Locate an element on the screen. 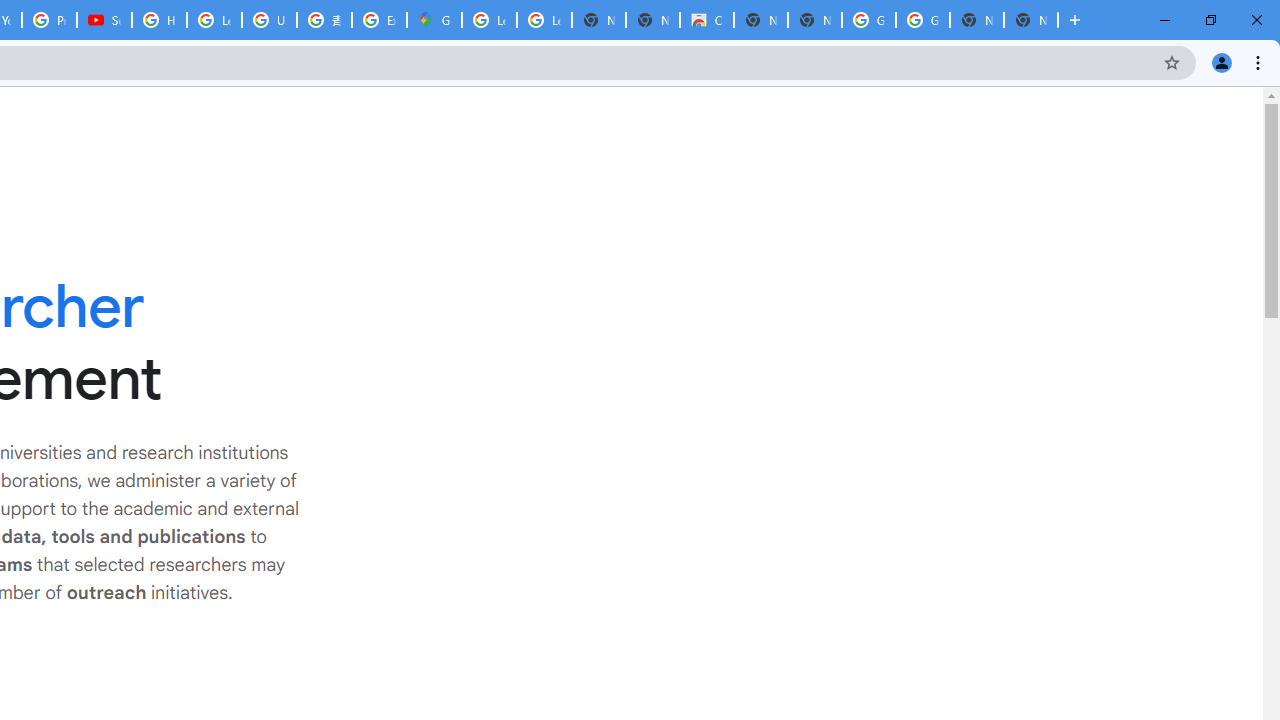 This screenshot has width=1280, height=720. 'New Tab' is located at coordinates (1031, 20).